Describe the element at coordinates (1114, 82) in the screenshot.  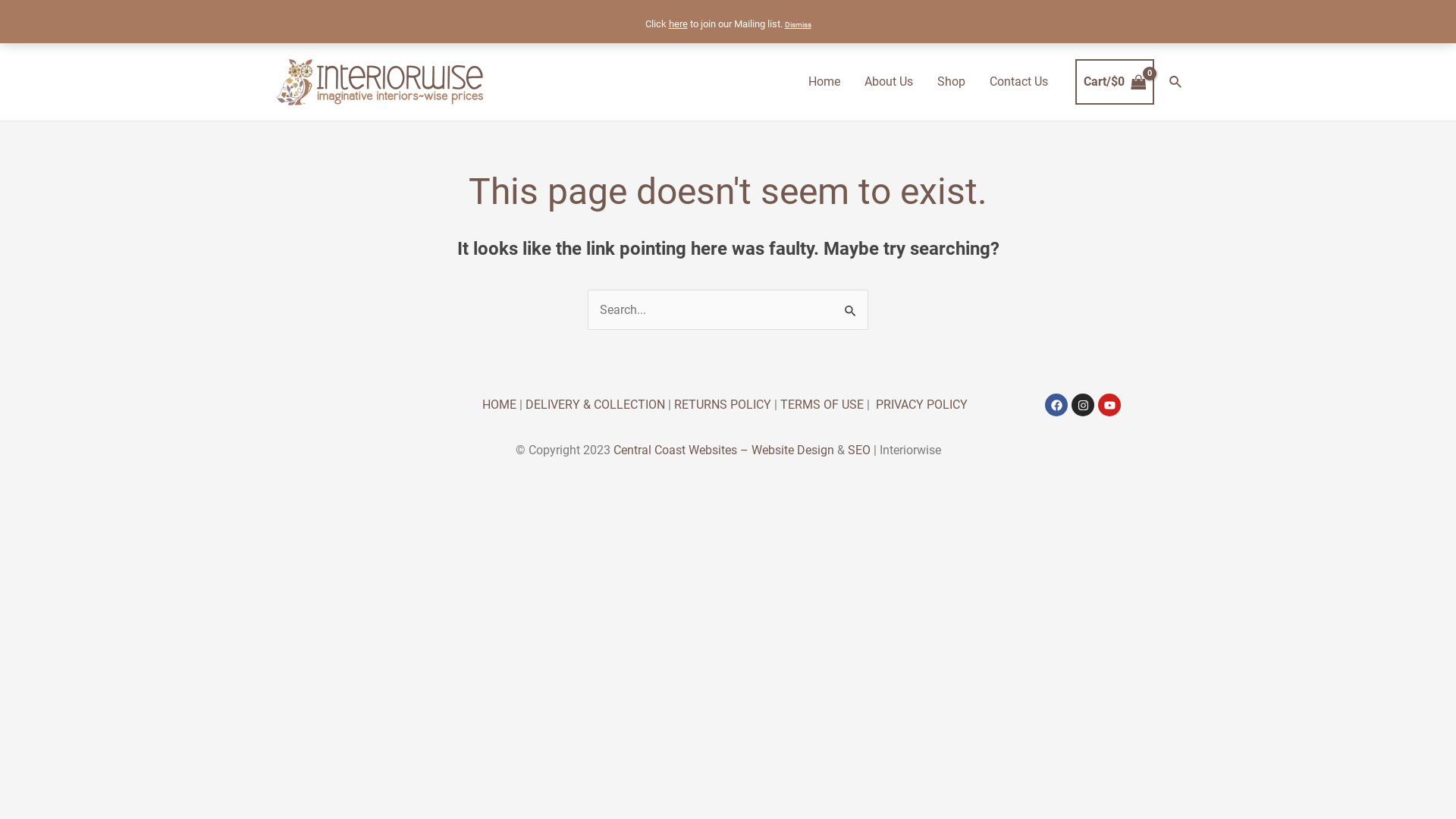
I see `'Cart/$0'` at that location.